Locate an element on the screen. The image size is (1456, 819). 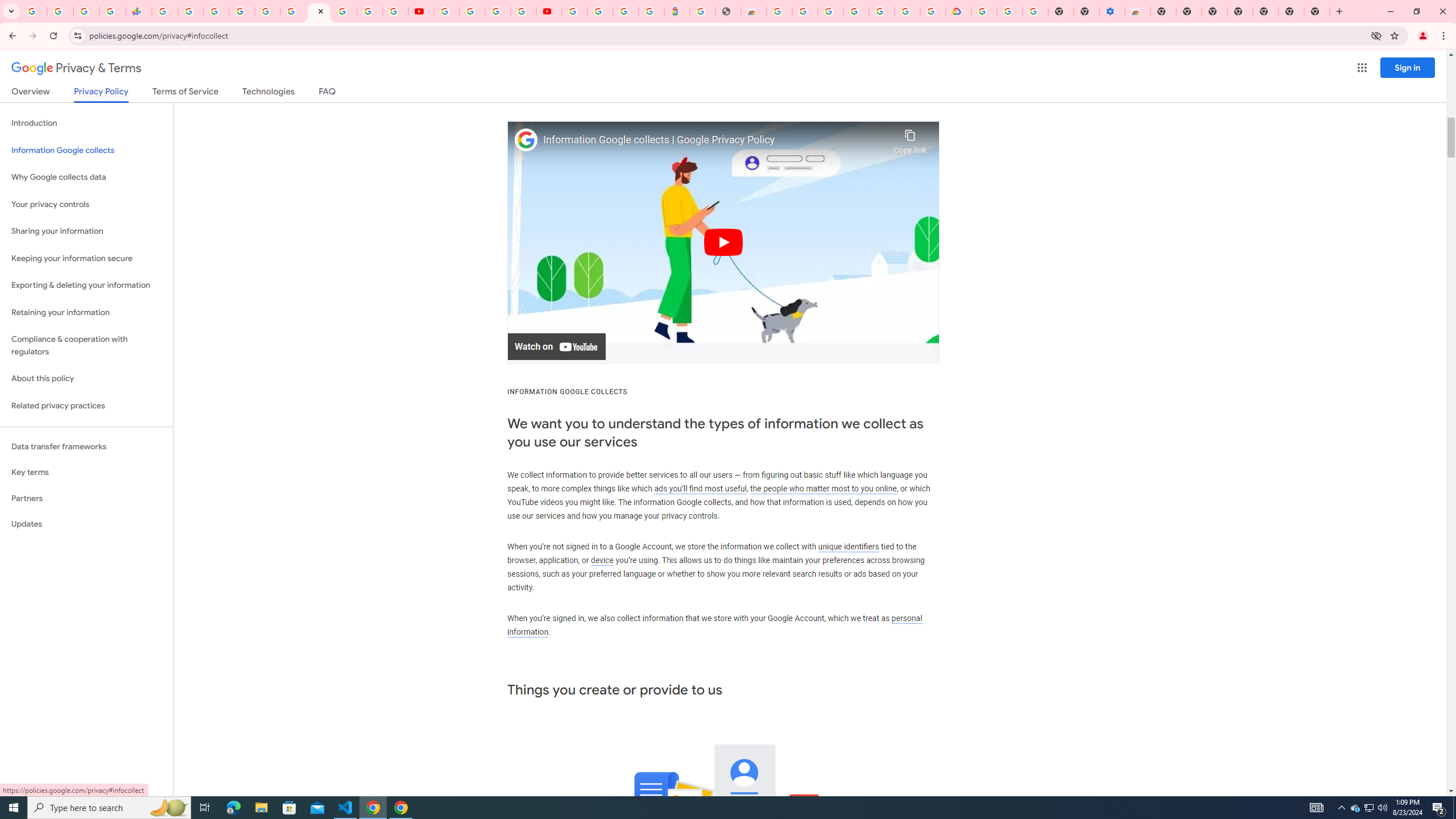
'Sign in' is located at coordinates (1407, 67).